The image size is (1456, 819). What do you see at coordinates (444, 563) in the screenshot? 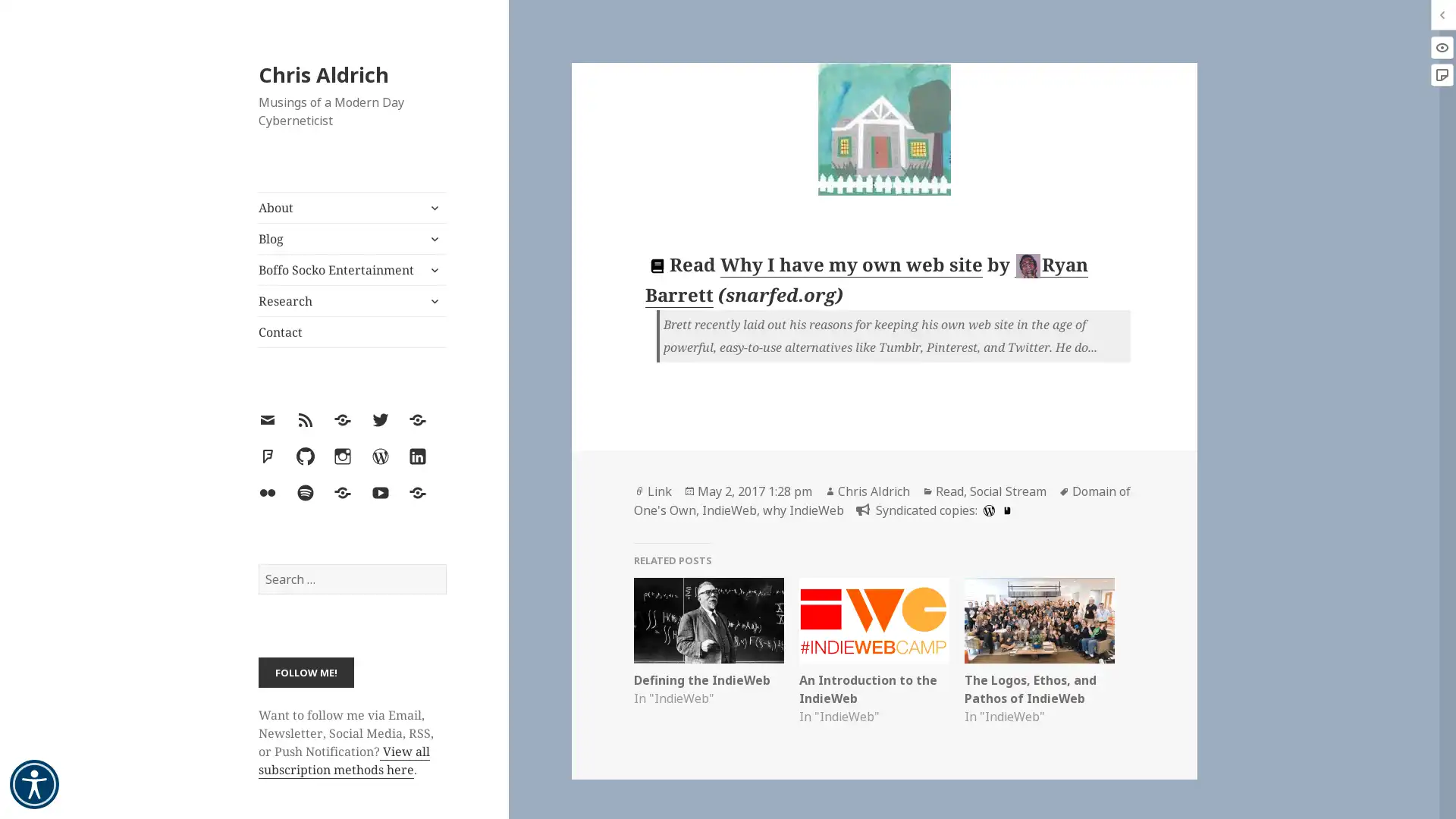
I see `Search` at bounding box center [444, 563].